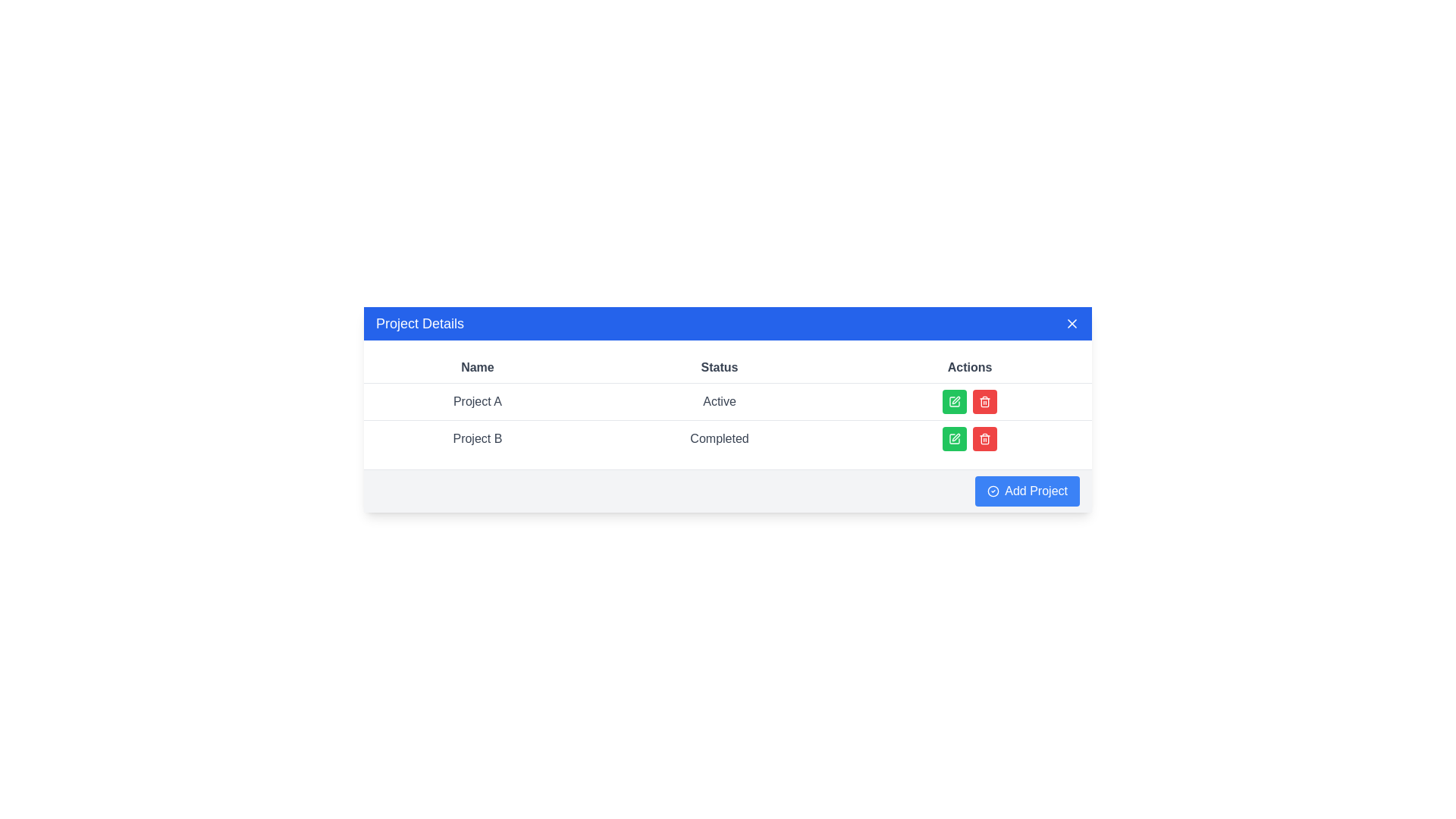 This screenshot has height=819, width=1456. What do you see at coordinates (476, 367) in the screenshot?
I see `the 'Name' text label, which is the first column header in the table below the blue banner 'Project Details'` at bounding box center [476, 367].